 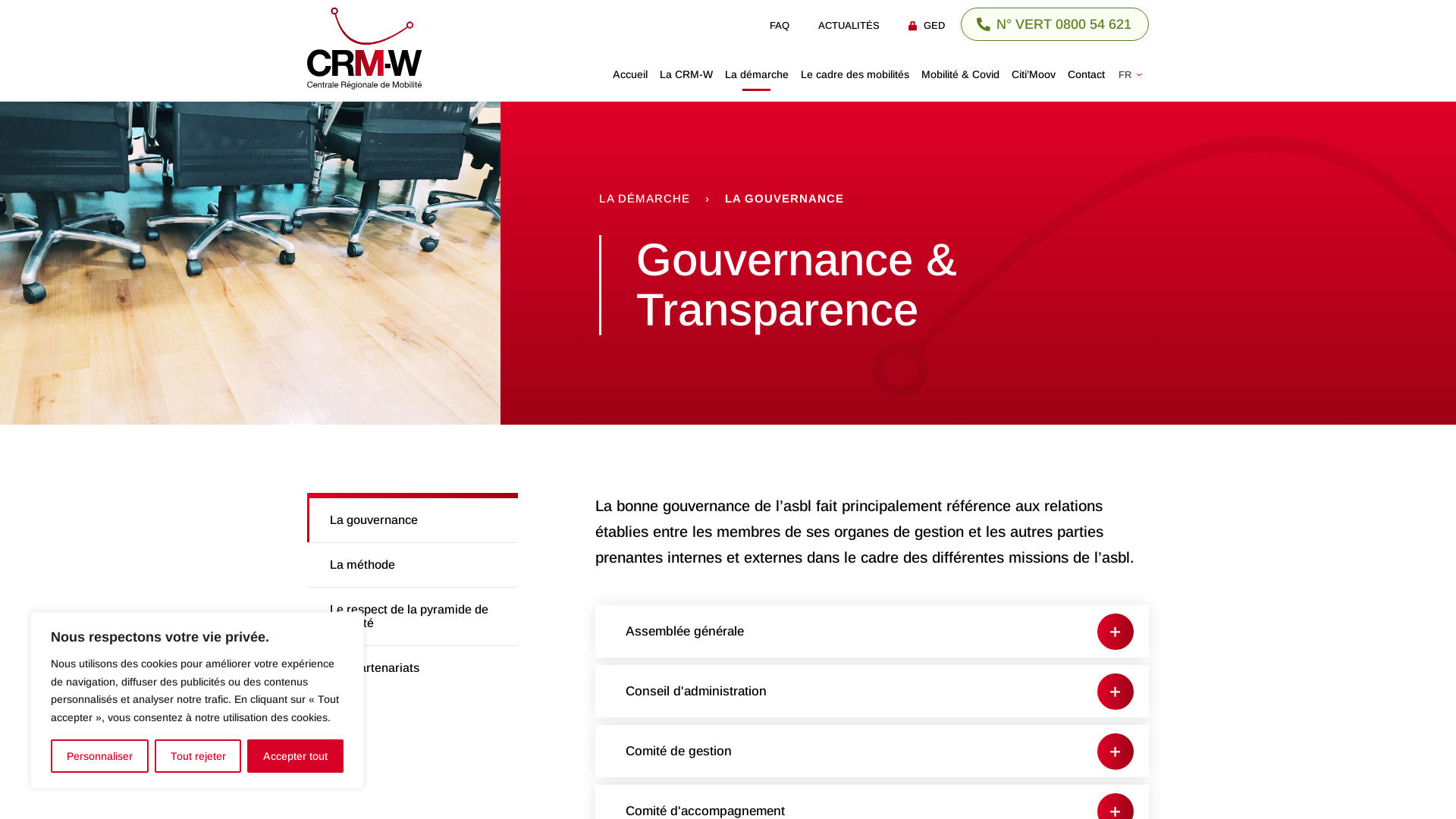 I want to click on 'GED', so click(x=926, y=26).